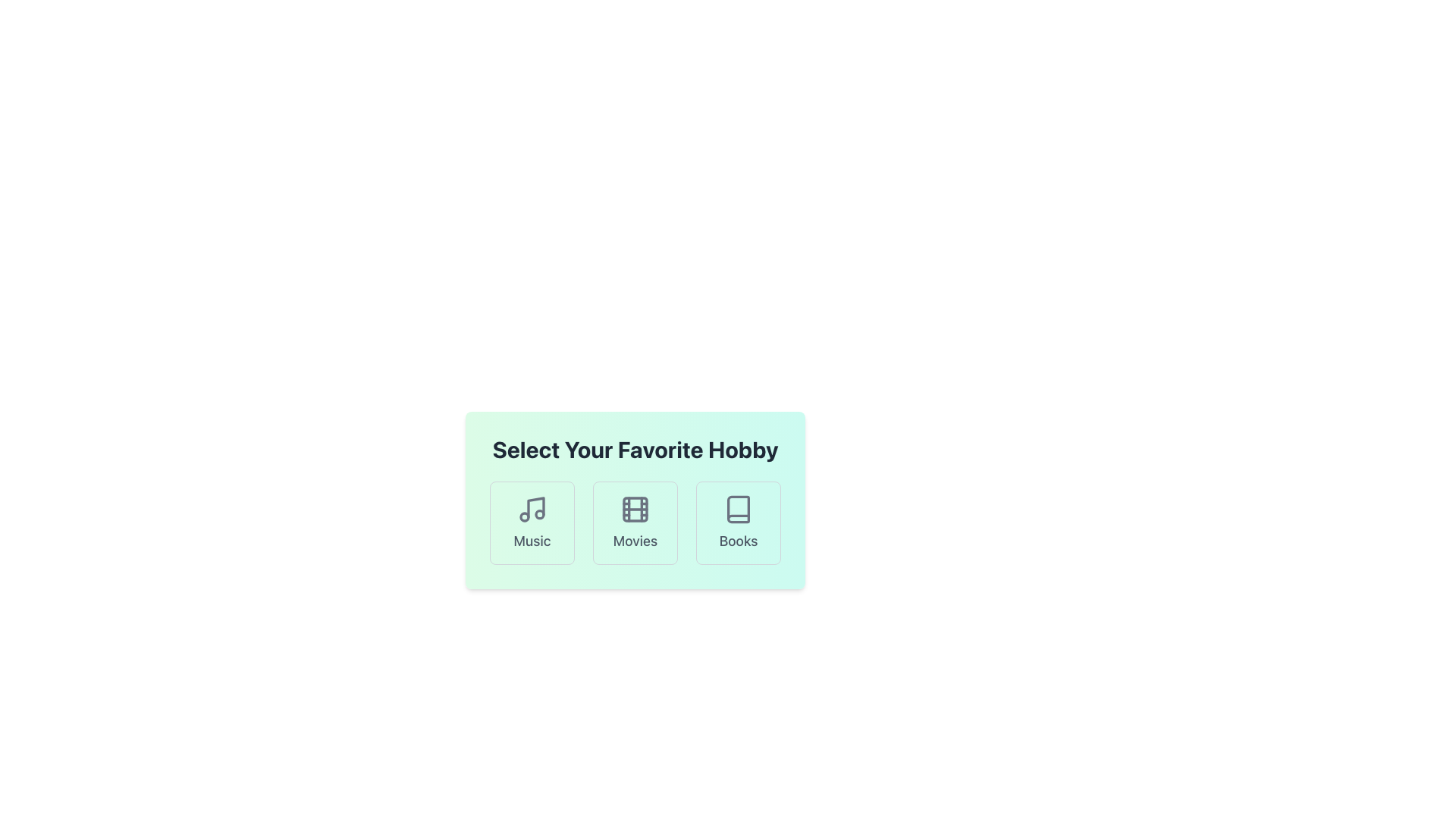  Describe the element at coordinates (535, 507) in the screenshot. I see `the music note icon, which is part of the 'Music' button located in the first column of a three-column layout` at that location.